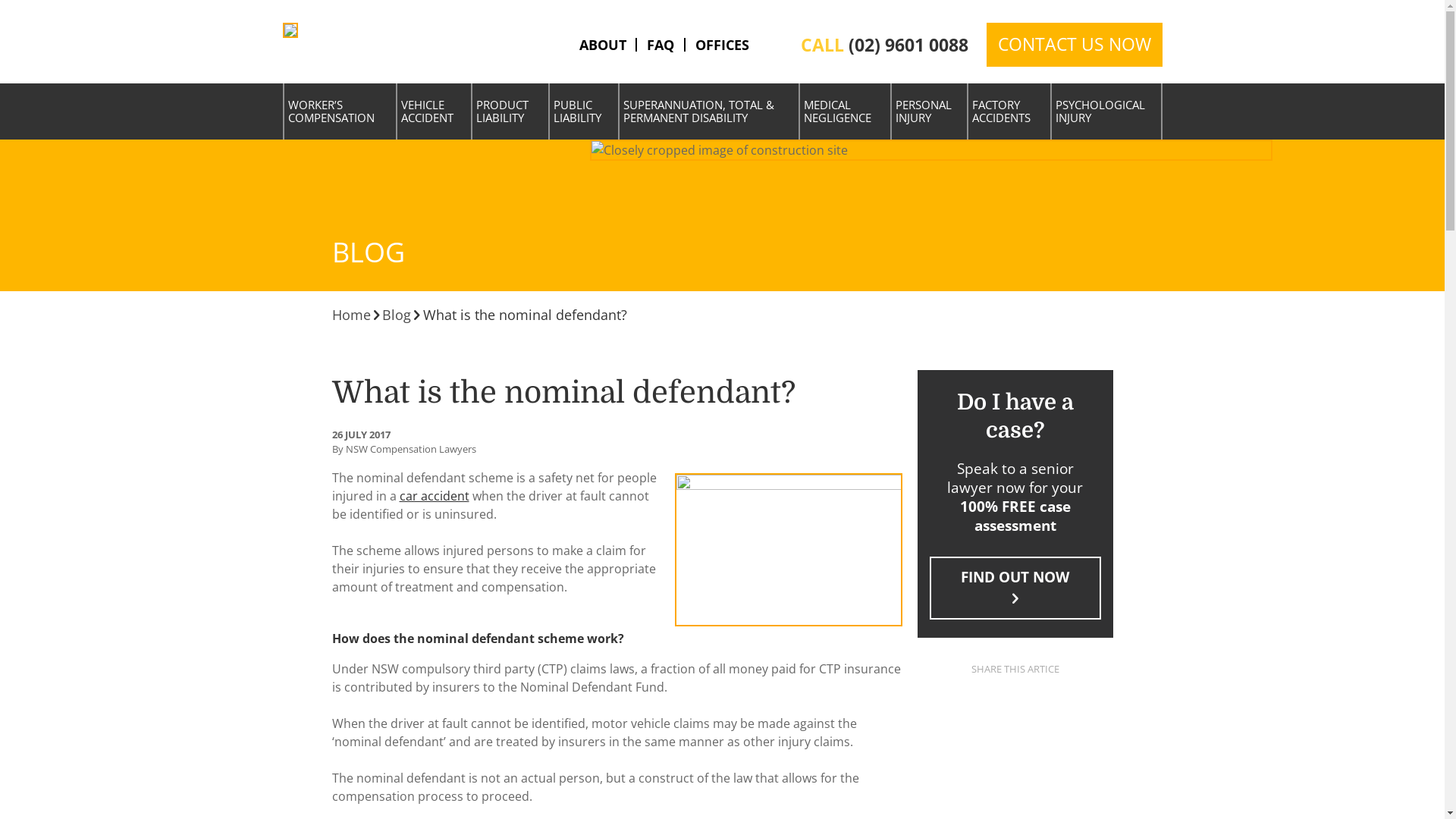 The height and width of the screenshot is (819, 1456). Describe the element at coordinates (928, 587) in the screenshot. I see `'FIND OUT NOW'` at that location.